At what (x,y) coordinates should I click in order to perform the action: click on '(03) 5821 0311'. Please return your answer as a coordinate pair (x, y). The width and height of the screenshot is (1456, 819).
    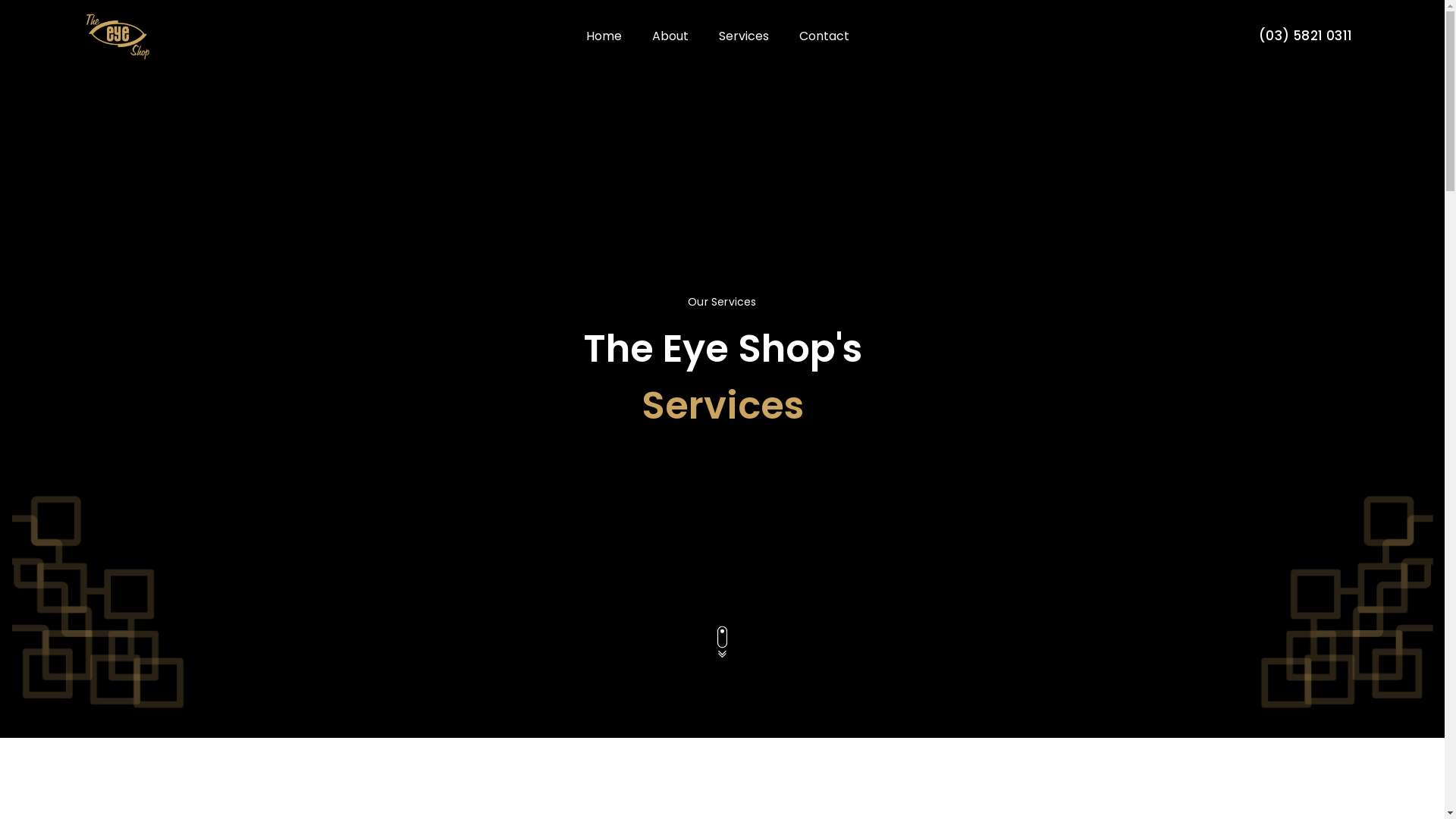
    Looking at the image, I should click on (1305, 35).